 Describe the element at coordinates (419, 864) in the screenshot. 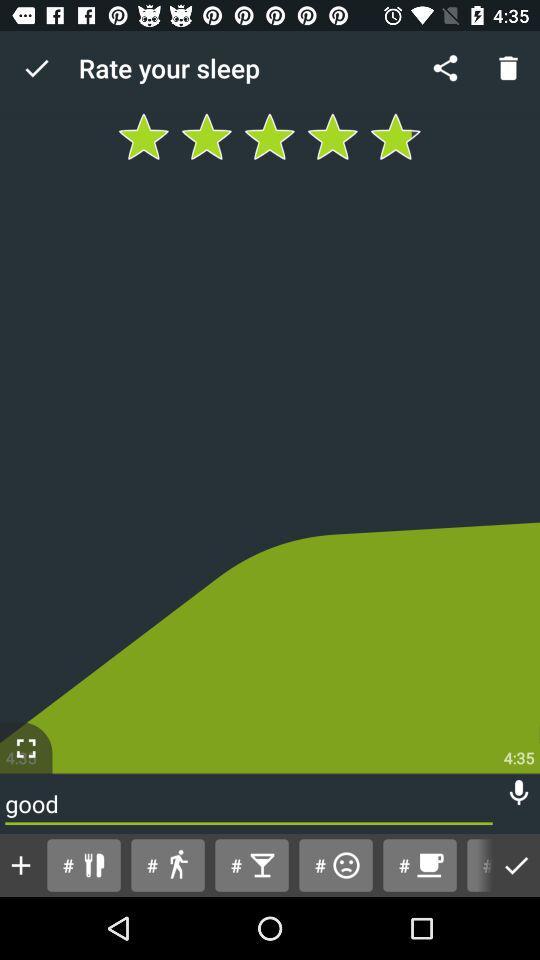

I see `#` at that location.